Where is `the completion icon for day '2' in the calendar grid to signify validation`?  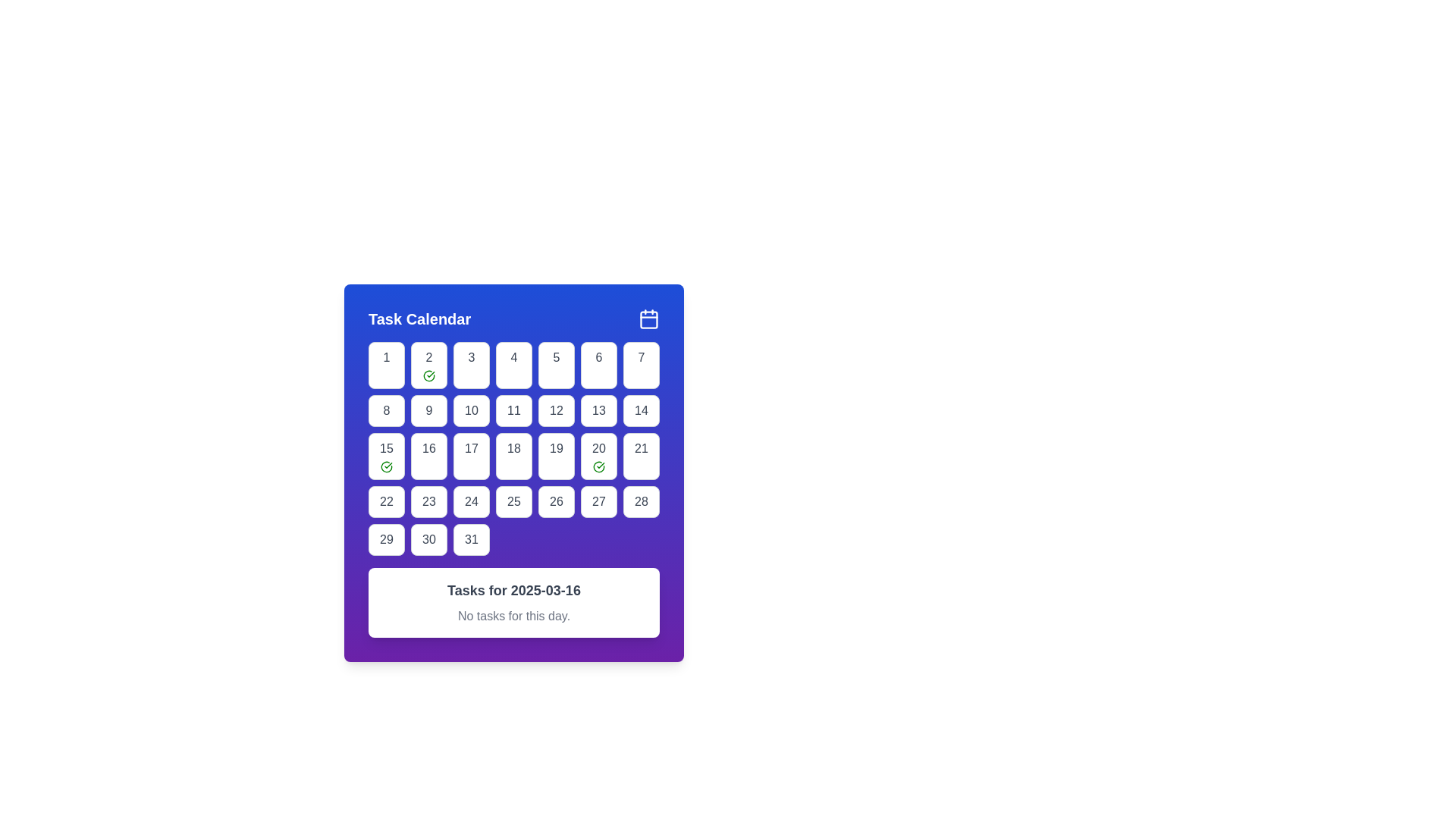
the completion icon for day '2' in the calendar grid to signify validation is located at coordinates (428, 375).